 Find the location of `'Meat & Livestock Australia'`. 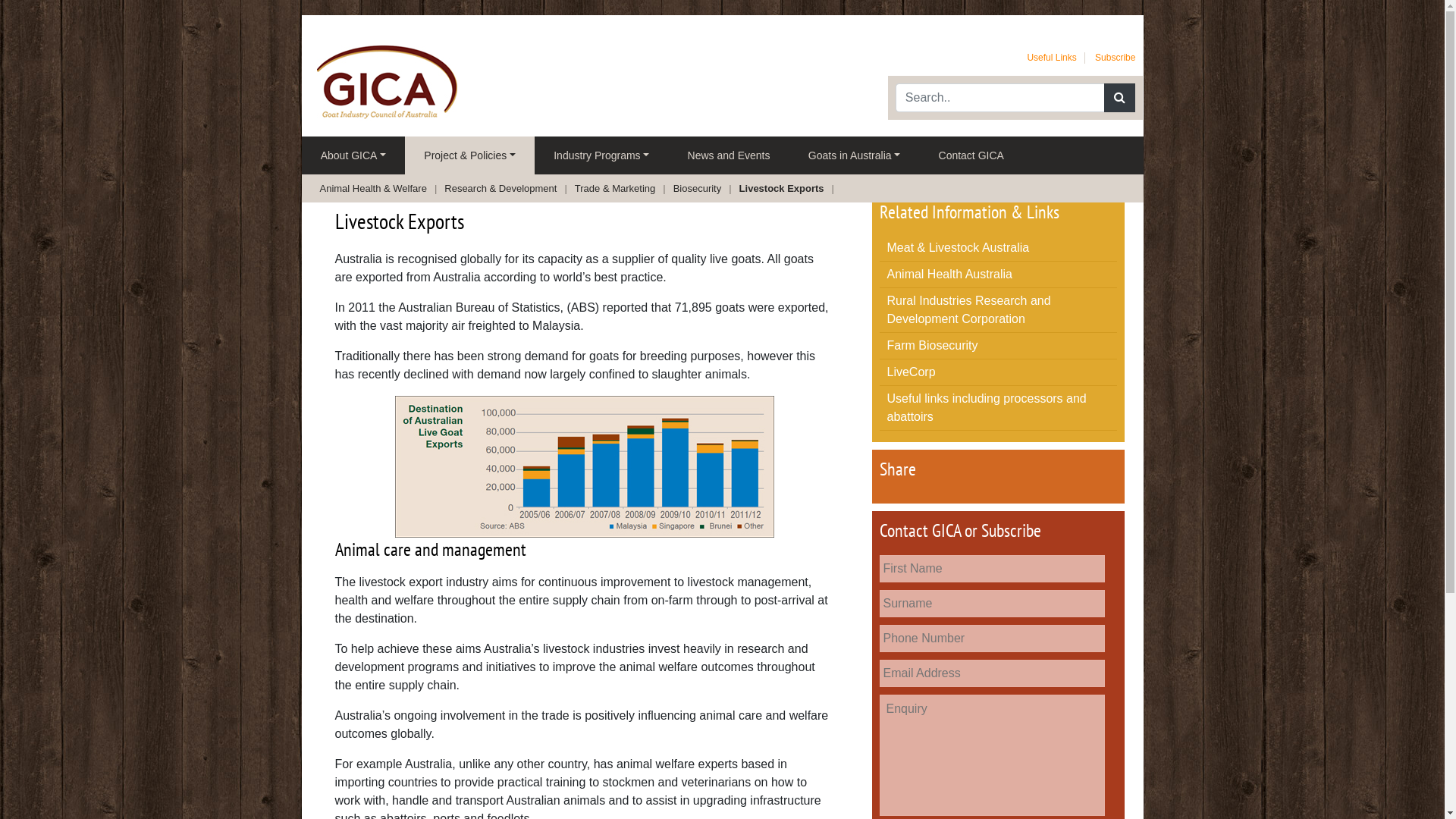

'Meat & Livestock Australia' is located at coordinates (887, 246).